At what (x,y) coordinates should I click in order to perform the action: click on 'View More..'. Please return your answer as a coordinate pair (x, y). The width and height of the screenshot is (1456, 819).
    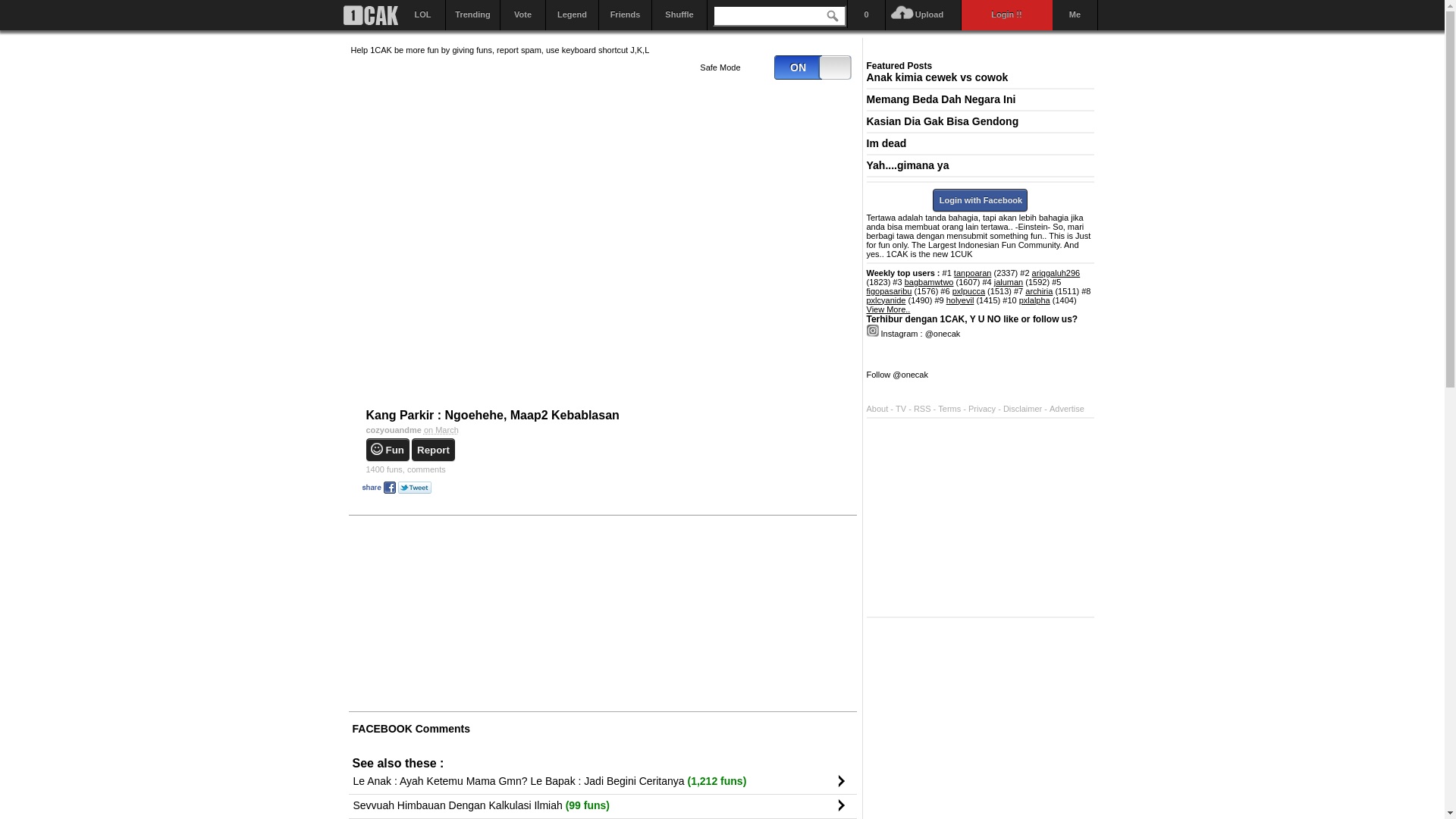
    Looking at the image, I should click on (888, 309).